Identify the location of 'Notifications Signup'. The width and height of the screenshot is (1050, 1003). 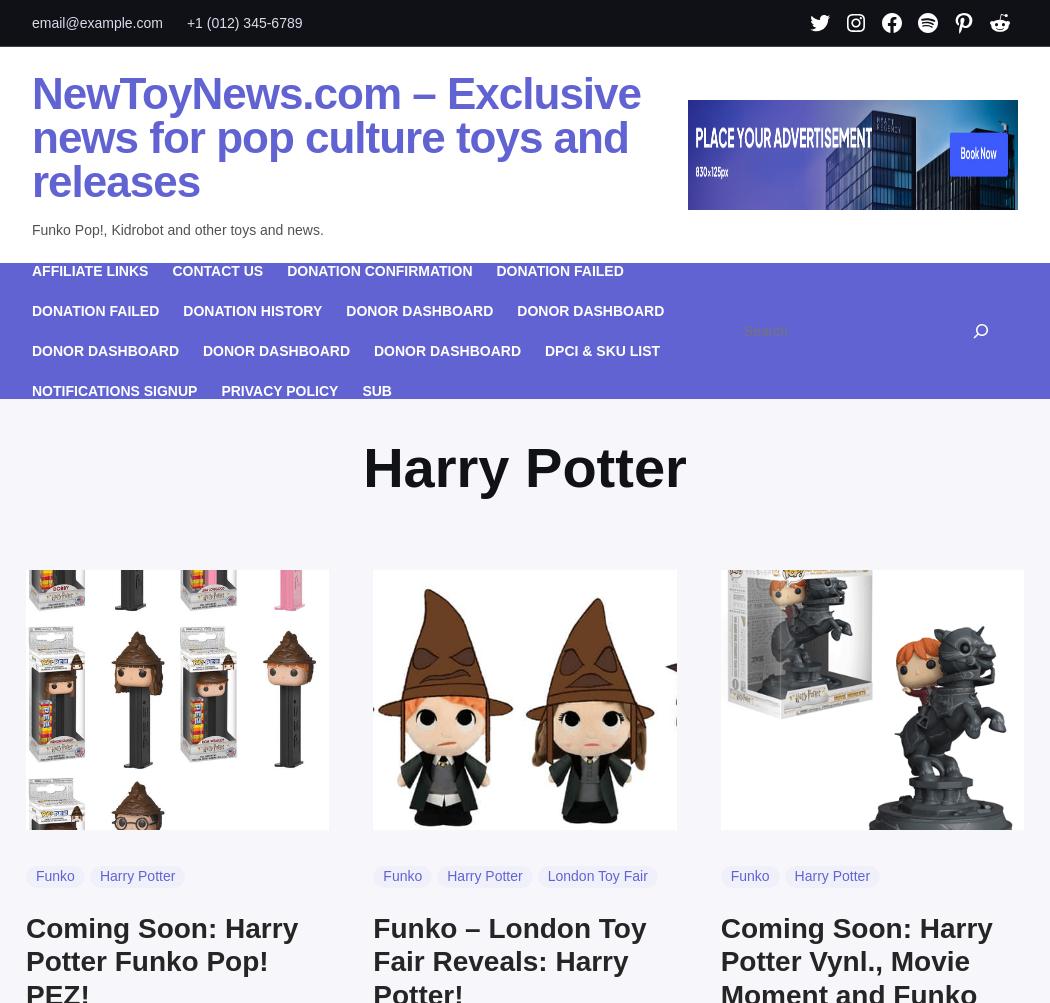
(113, 388).